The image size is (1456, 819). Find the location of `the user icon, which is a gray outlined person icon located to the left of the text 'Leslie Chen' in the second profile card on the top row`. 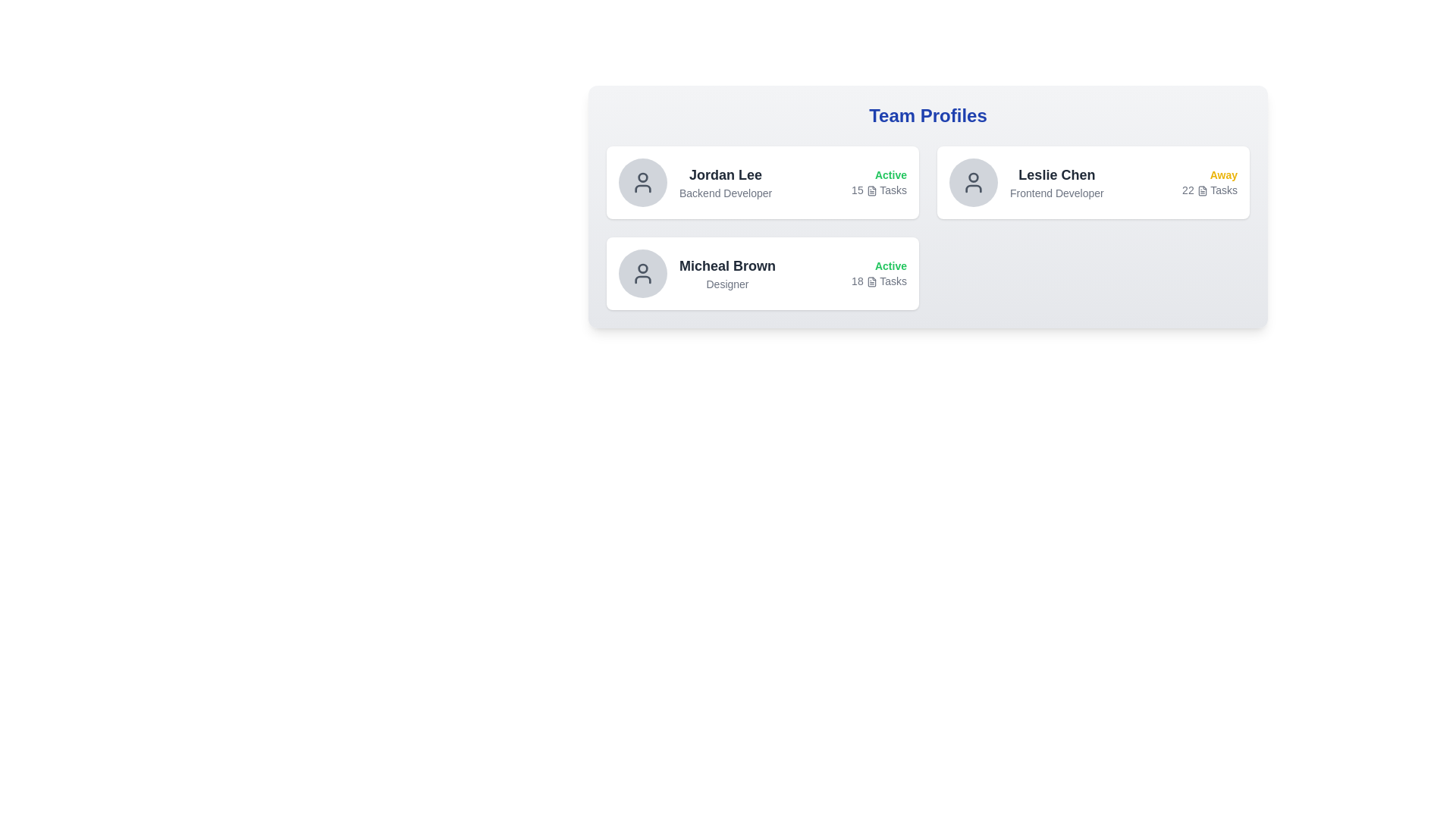

the user icon, which is a gray outlined person icon located to the left of the text 'Leslie Chen' in the second profile card on the top row is located at coordinates (643, 181).